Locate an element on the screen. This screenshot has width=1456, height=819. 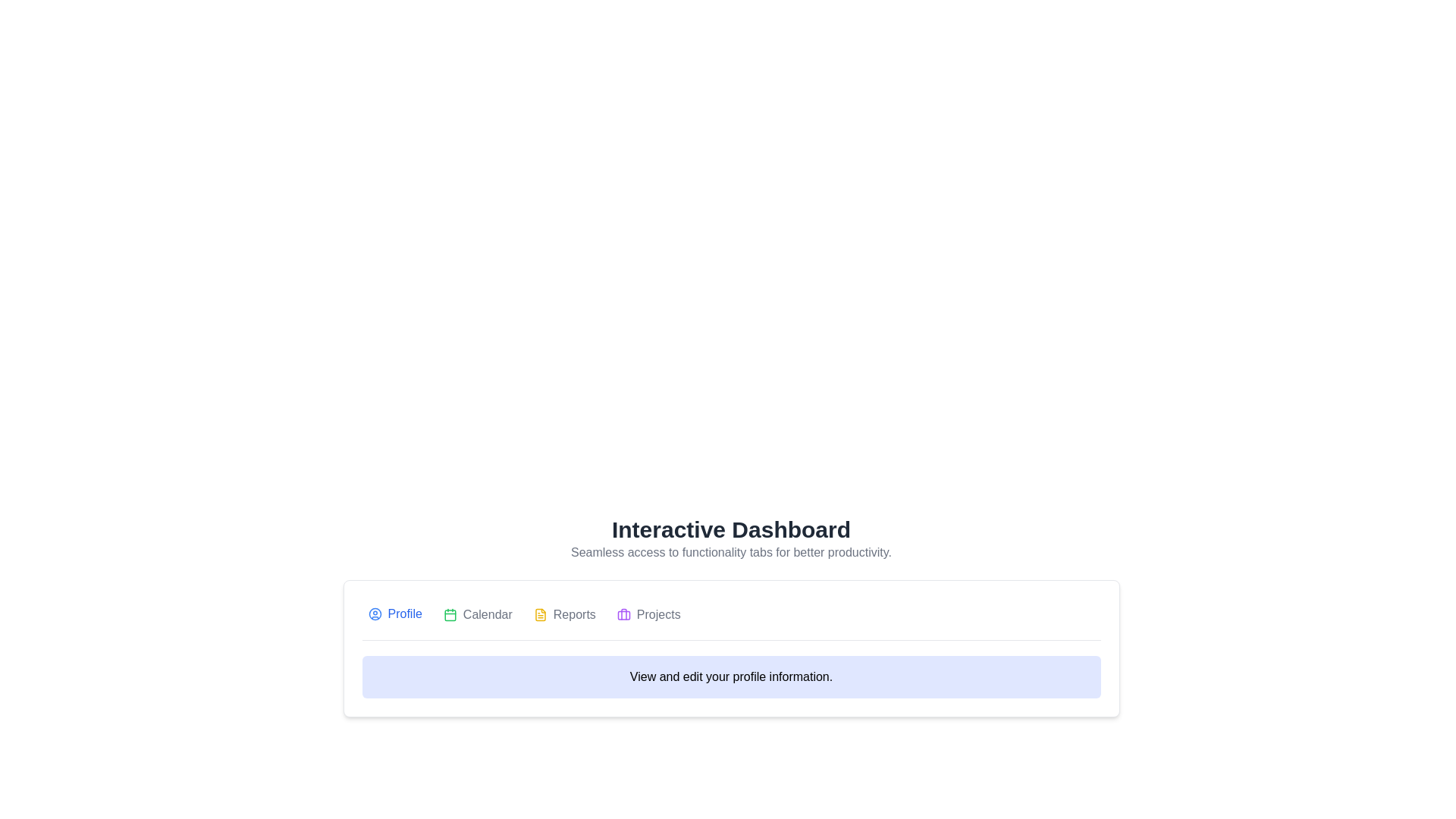
the decorative SVG rectangle that represents the main body of the calendar icon in the 'Calendar' tab area is located at coordinates (449, 615).